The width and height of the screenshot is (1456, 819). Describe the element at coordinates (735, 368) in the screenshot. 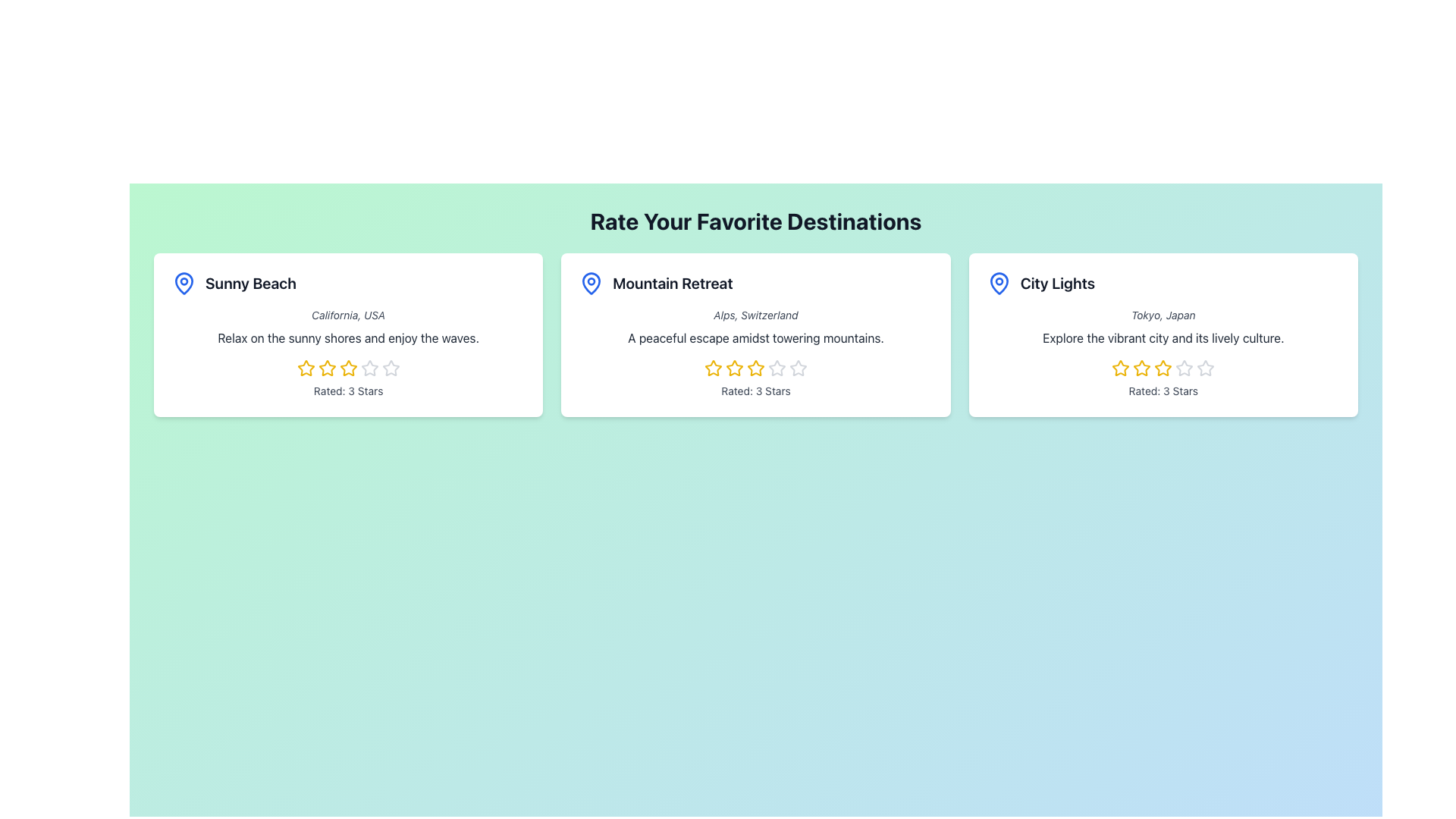

I see `the third star in the five-star rating component under the 'Mountain Retreat' section to rate the item as the third star` at that location.